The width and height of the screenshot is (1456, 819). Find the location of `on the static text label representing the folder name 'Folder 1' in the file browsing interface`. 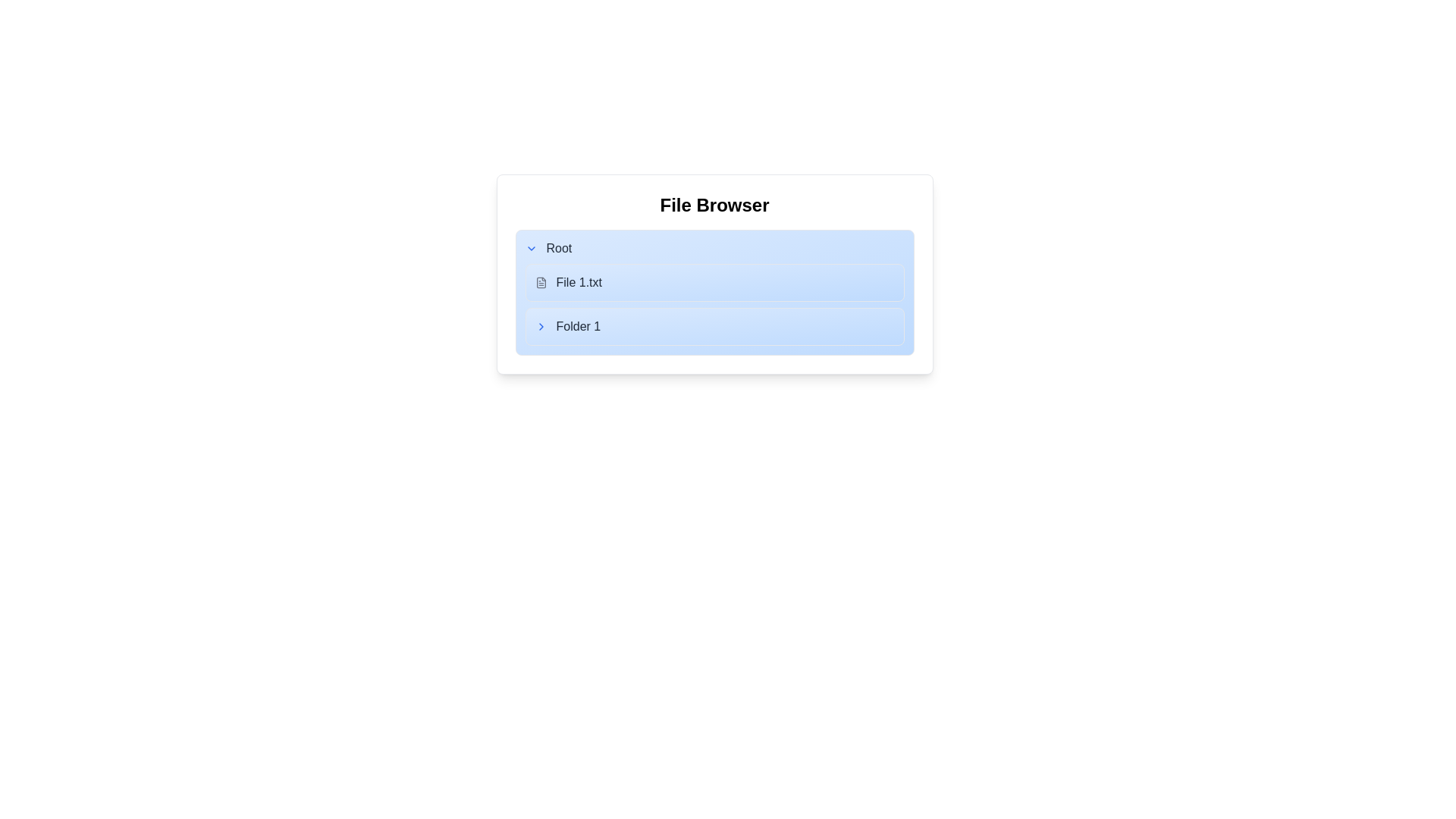

on the static text label representing the folder name 'Folder 1' in the file browsing interface is located at coordinates (577, 326).